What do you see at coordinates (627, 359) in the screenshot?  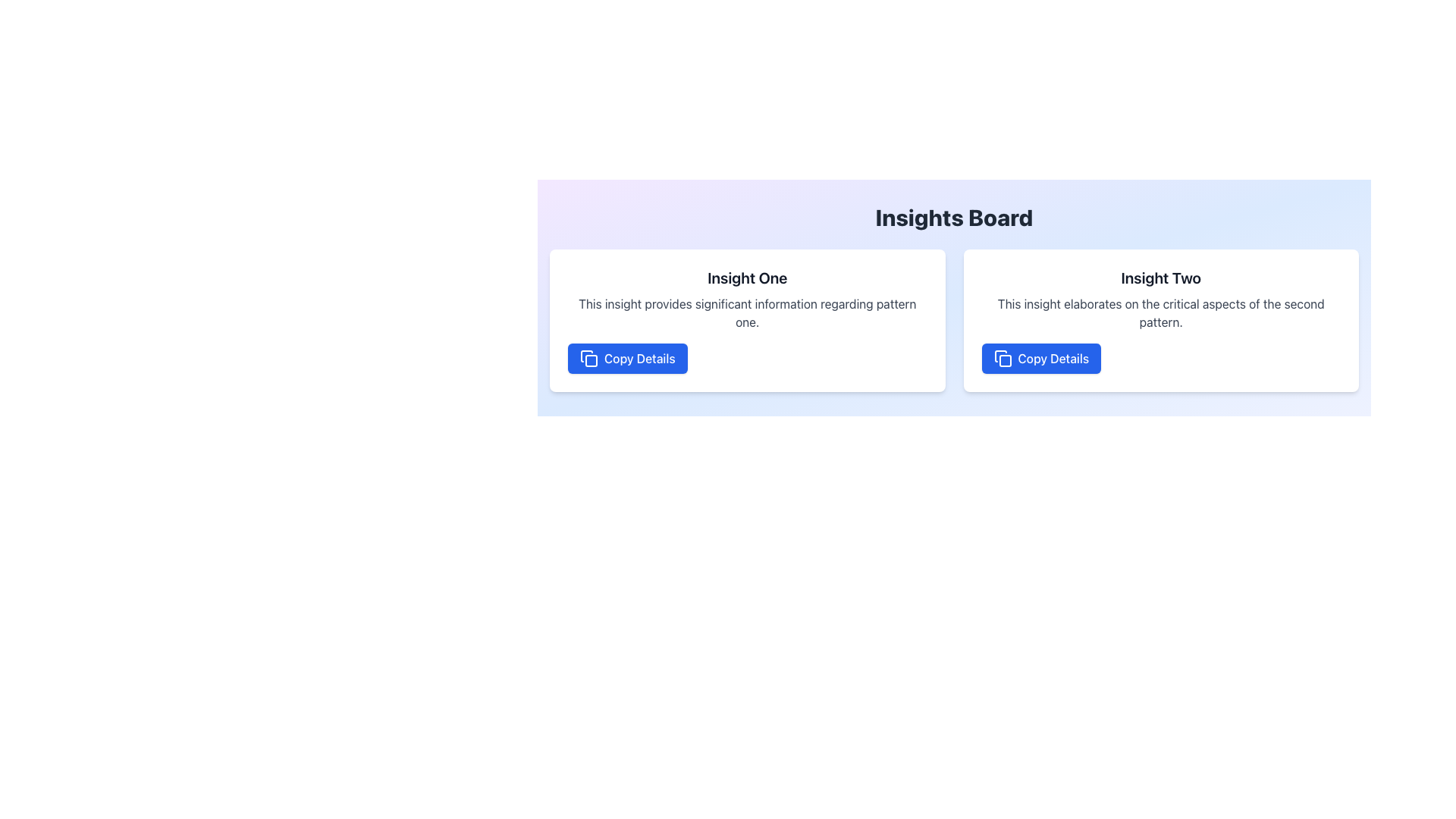 I see `the 'Copy Details' button located at the bottom left corner of the 'Insight One' card in the 'Insights Board' section` at bounding box center [627, 359].